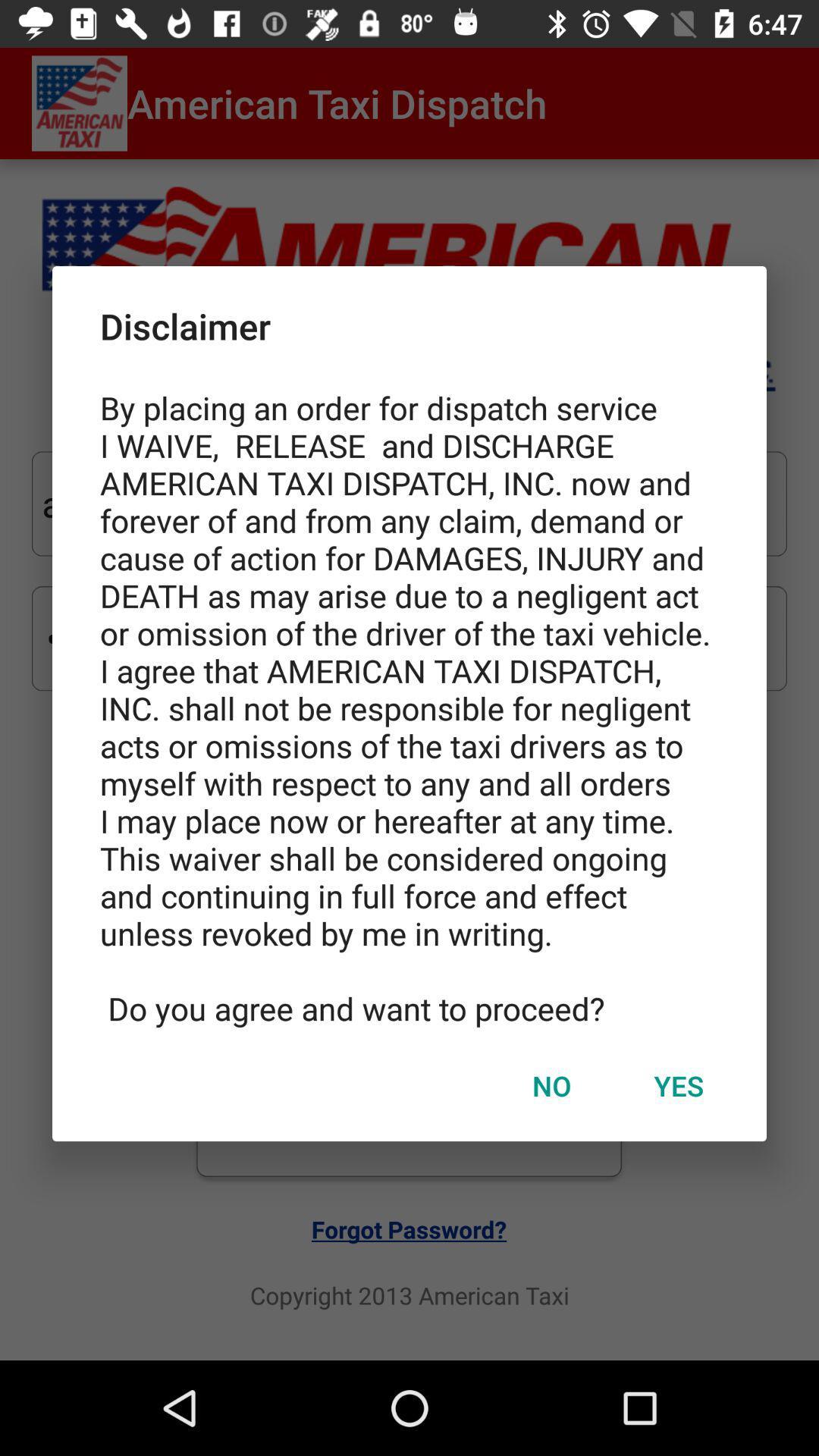 This screenshot has height=1456, width=819. I want to click on the icon next to no icon, so click(678, 1084).